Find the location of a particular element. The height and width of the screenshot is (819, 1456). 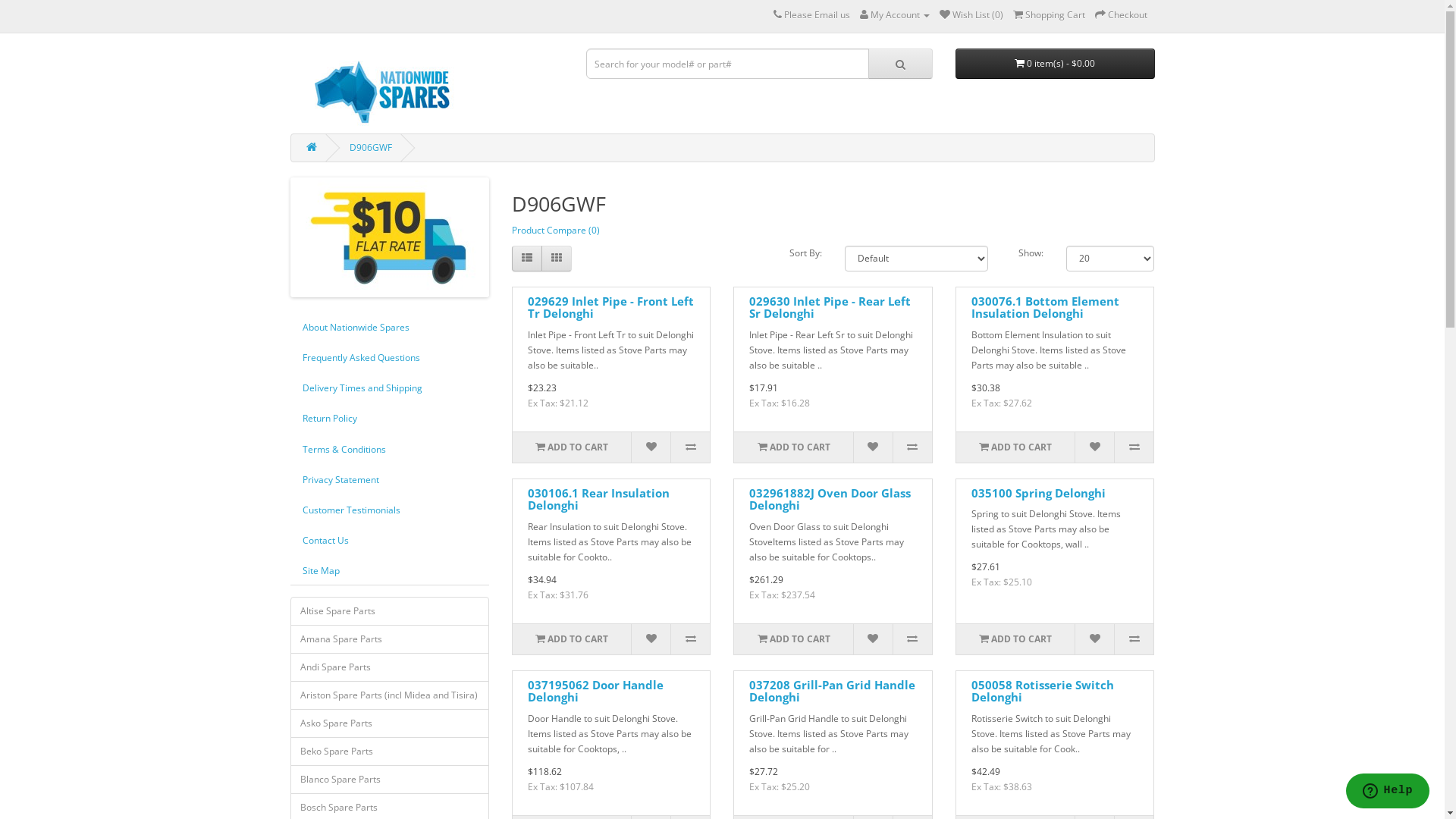

'Product Compare (0)' is located at coordinates (555, 230).